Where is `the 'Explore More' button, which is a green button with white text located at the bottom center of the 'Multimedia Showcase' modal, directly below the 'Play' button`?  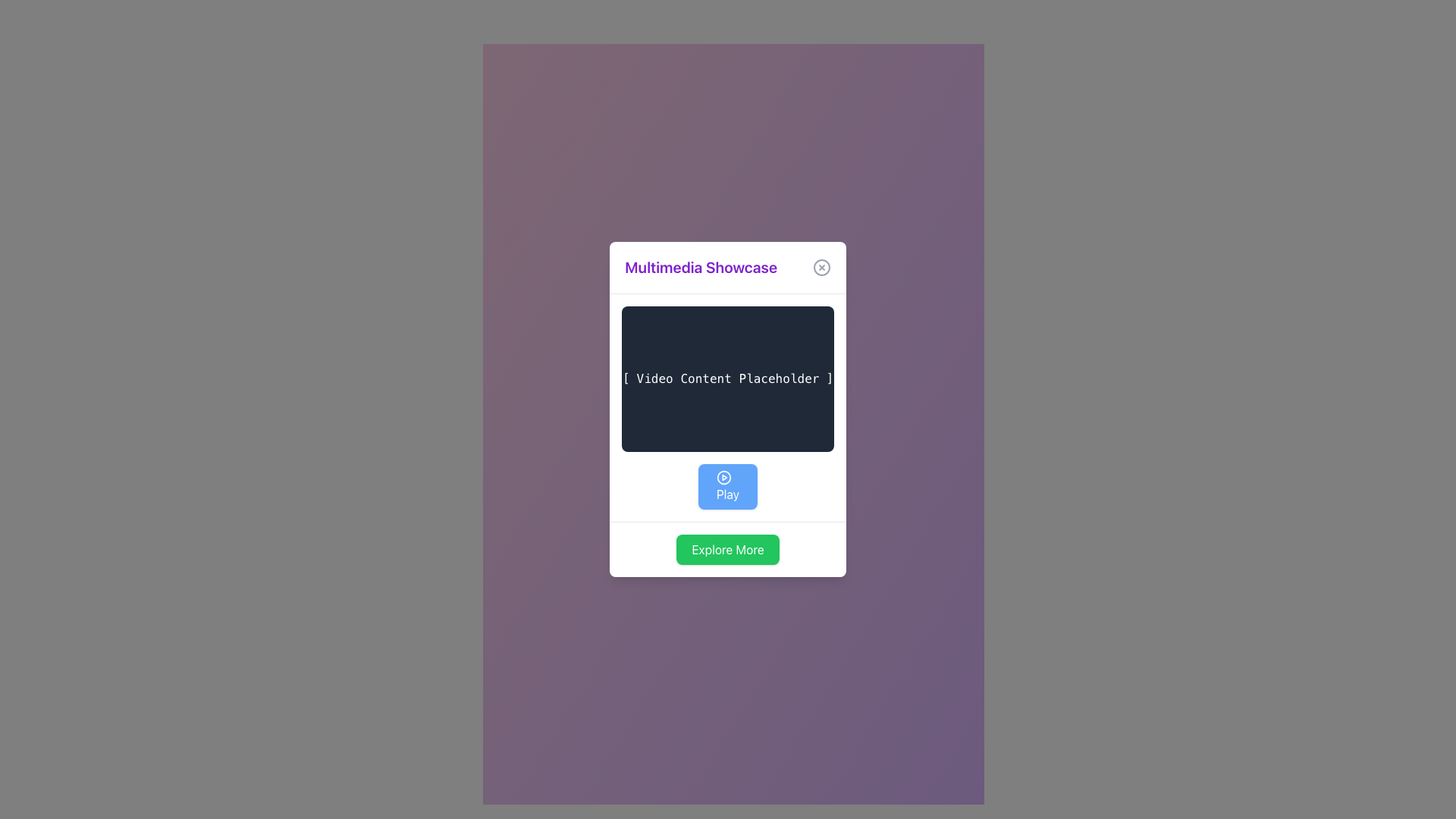
the 'Explore More' button, which is a green button with white text located at the bottom center of the 'Multimedia Showcase' modal, directly below the 'Play' button is located at coordinates (728, 549).